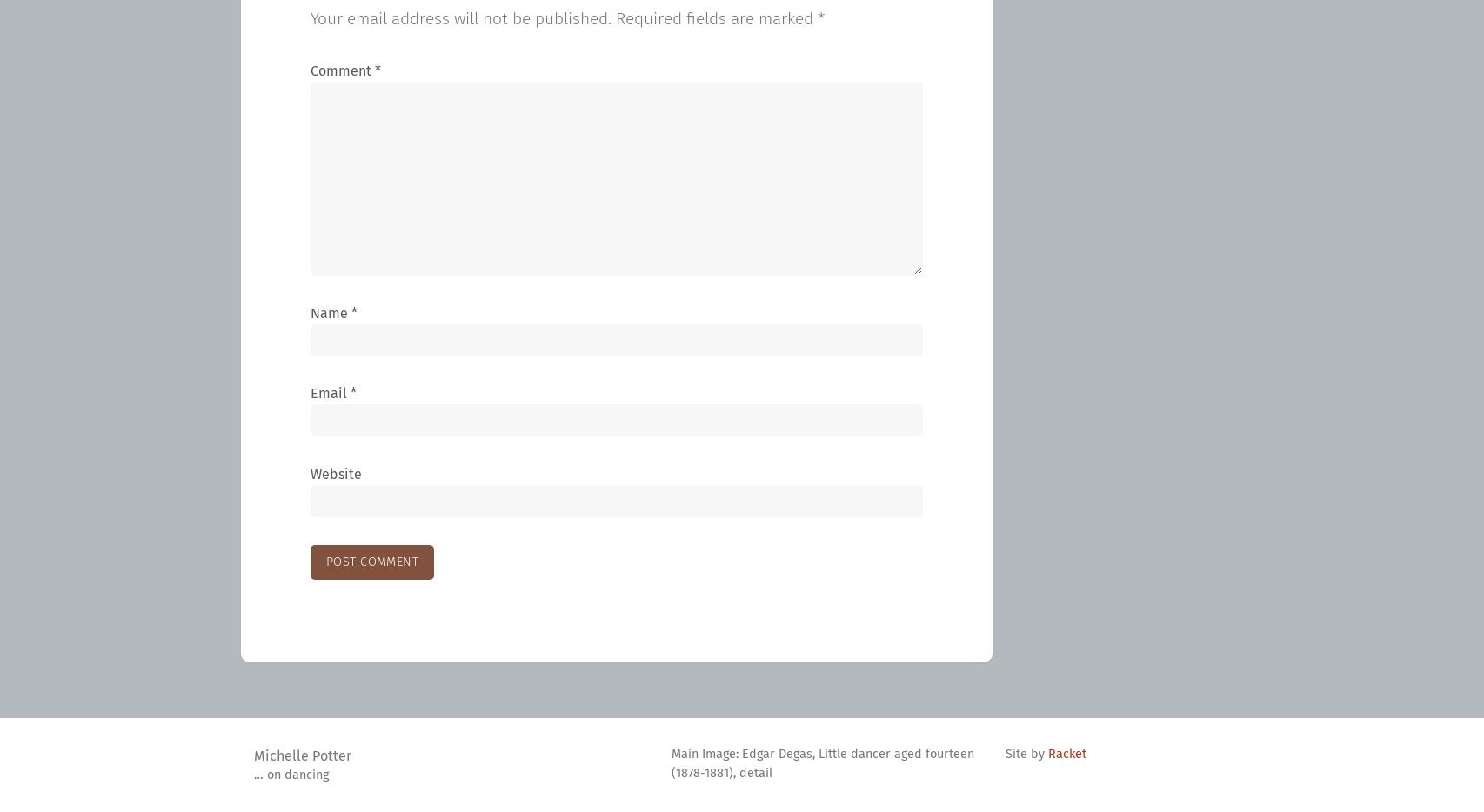 The height and width of the screenshot is (812, 1484). I want to click on 'Your email address will not be published.', so click(460, 18).